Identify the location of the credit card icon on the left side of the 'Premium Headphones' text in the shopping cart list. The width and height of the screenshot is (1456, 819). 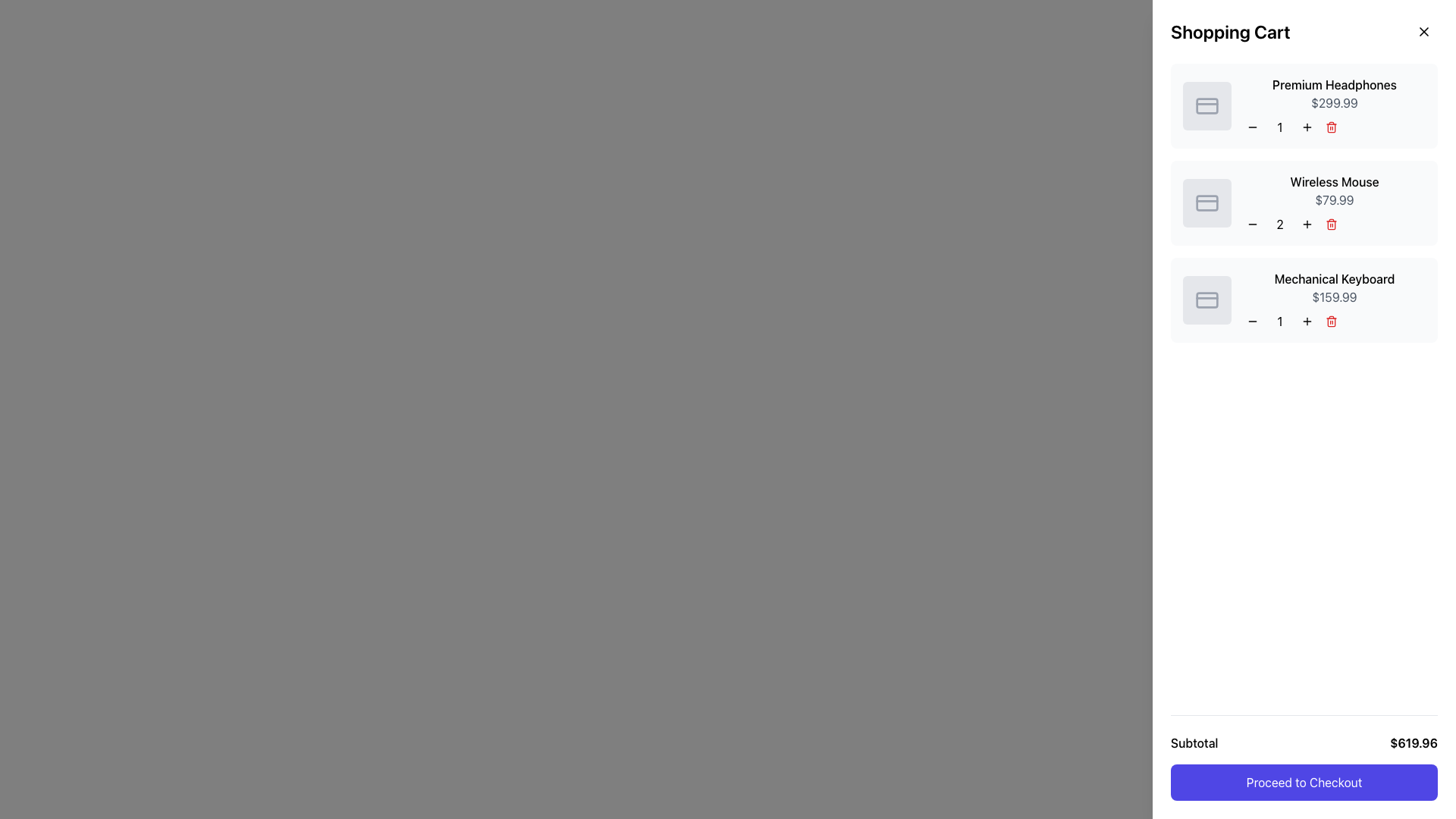
(1207, 105).